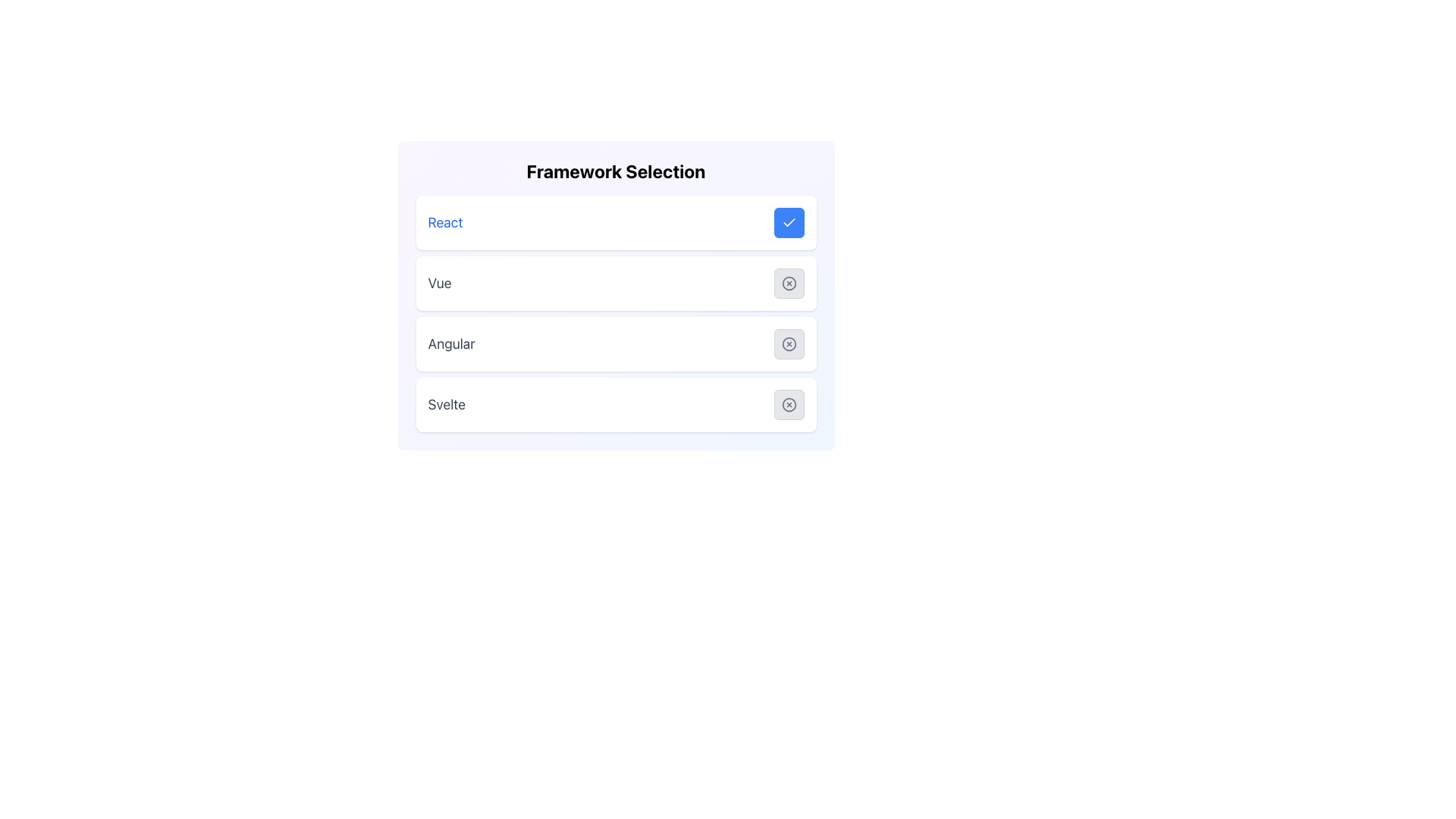 The width and height of the screenshot is (1456, 819). What do you see at coordinates (789, 344) in the screenshot?
I see `the close icon in the third row of the 'Framework Selection' list, which is aligned to the right of the 'Angular' label` at bounding box center [789, 344].